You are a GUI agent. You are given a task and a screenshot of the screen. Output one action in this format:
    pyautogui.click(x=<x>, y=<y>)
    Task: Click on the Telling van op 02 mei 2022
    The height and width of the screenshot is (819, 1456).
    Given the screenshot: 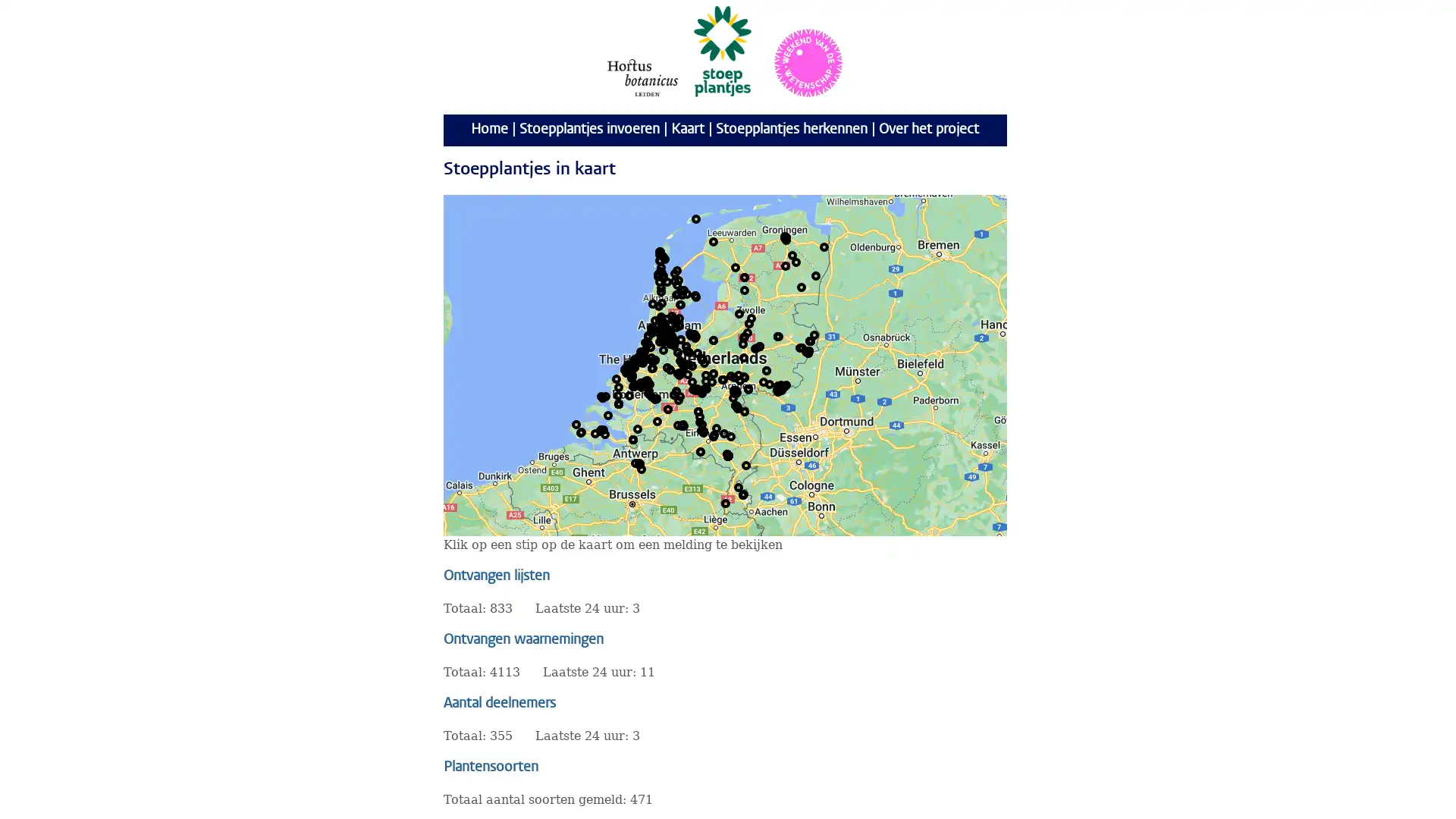 What is the action you would take?
    pyautogui.click(x=658, y=275)
    